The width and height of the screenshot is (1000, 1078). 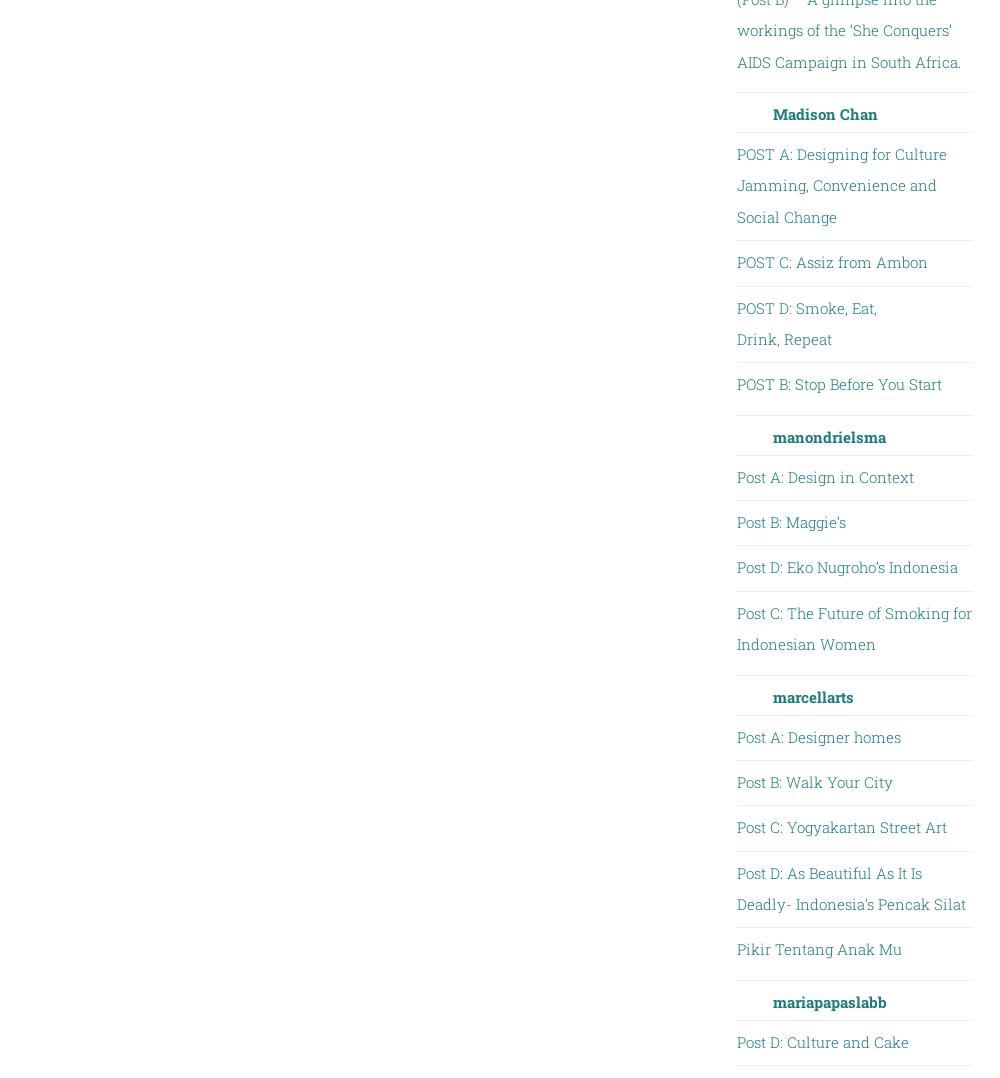 What do you see at coordinates (823, 113) in the screenshot?
I see `'Madison Chan'` at bounding box center [823, 113].